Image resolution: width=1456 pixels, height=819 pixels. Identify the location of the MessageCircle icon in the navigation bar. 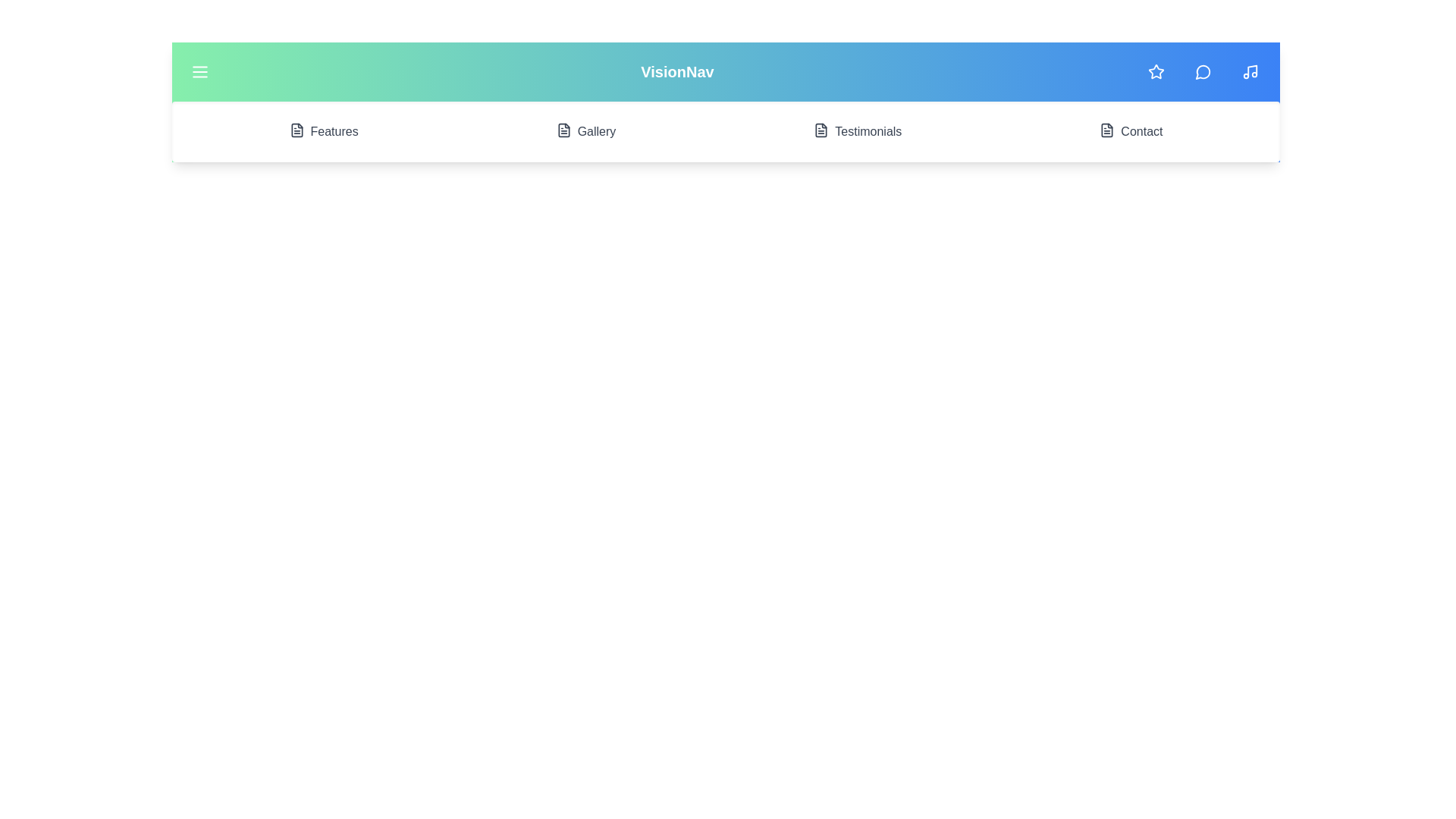
(1203, 72).